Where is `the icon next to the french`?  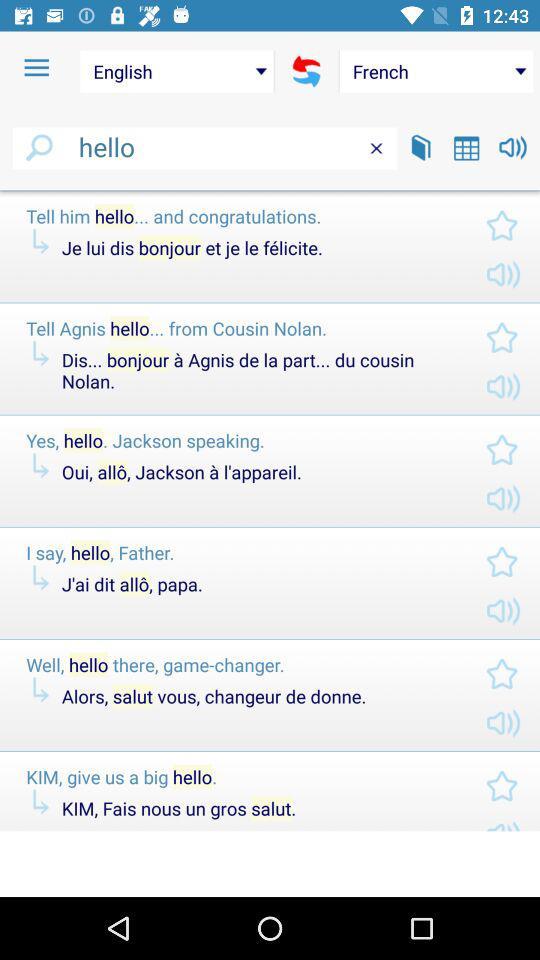
the icon next to the french is located at coordinates (306, 71).